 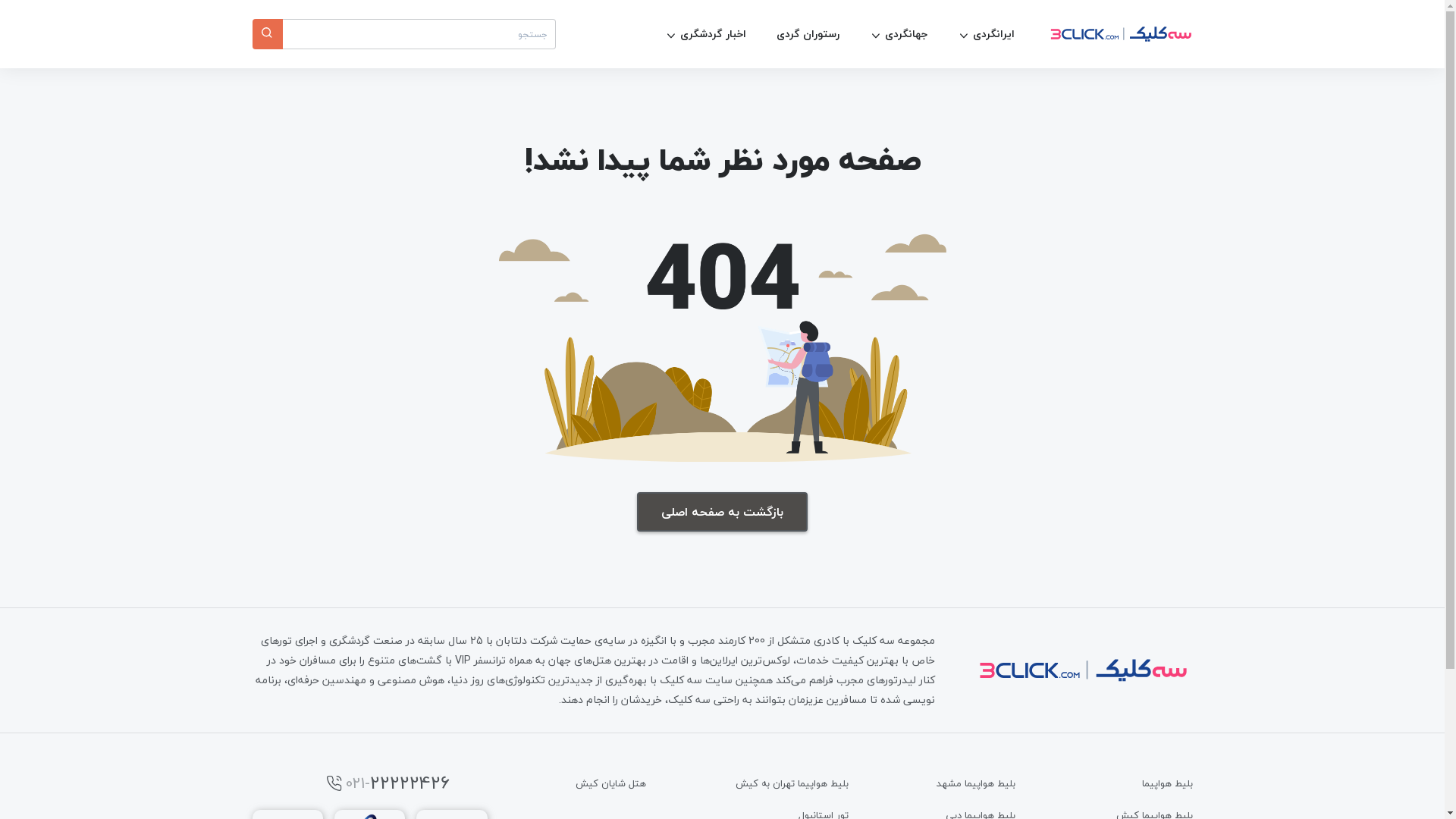 I want to click on '-021, so click(x=381, y=783).